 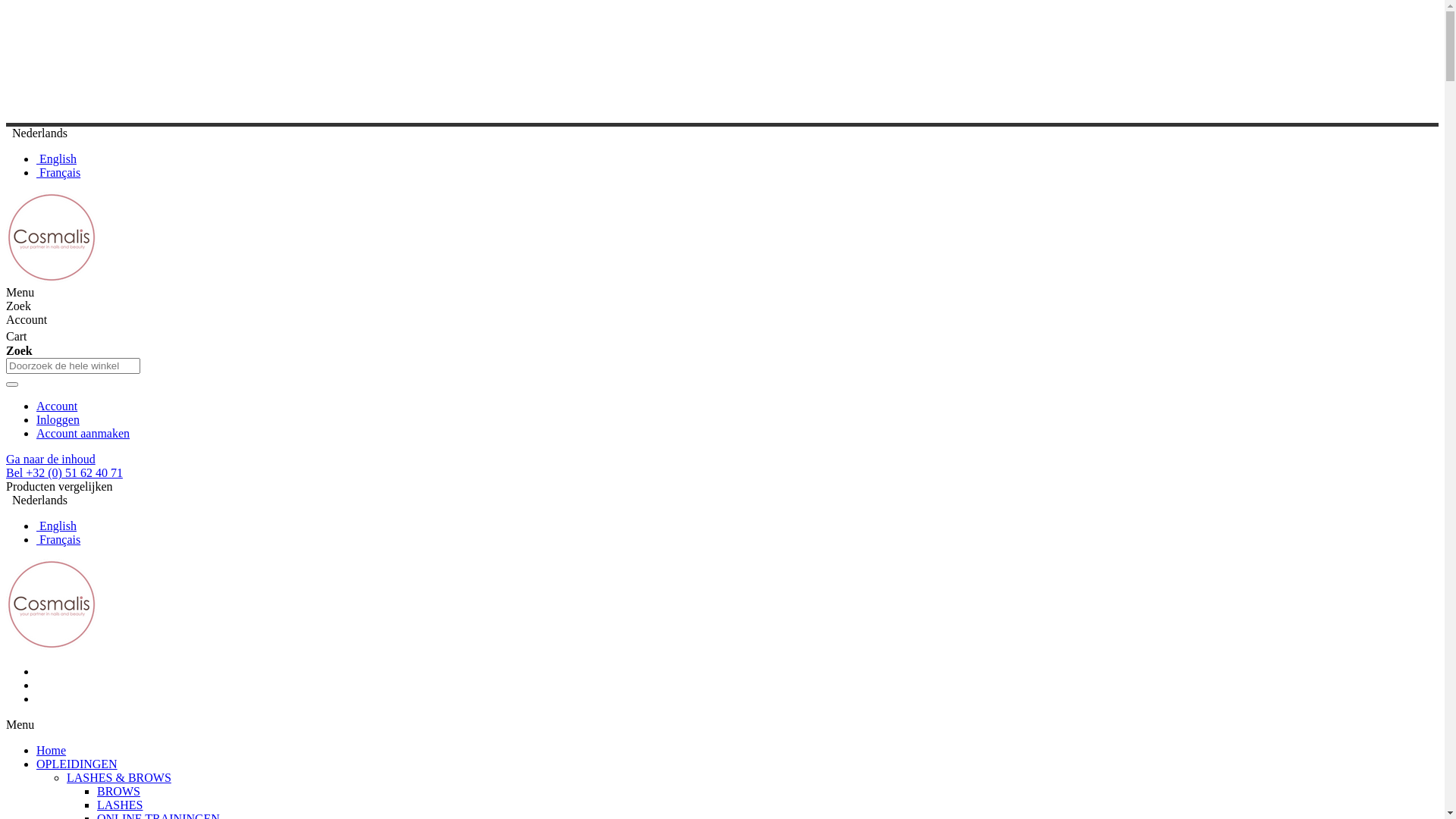 I want to click on 'Producten vergelijken', so click(x=59, y=486).